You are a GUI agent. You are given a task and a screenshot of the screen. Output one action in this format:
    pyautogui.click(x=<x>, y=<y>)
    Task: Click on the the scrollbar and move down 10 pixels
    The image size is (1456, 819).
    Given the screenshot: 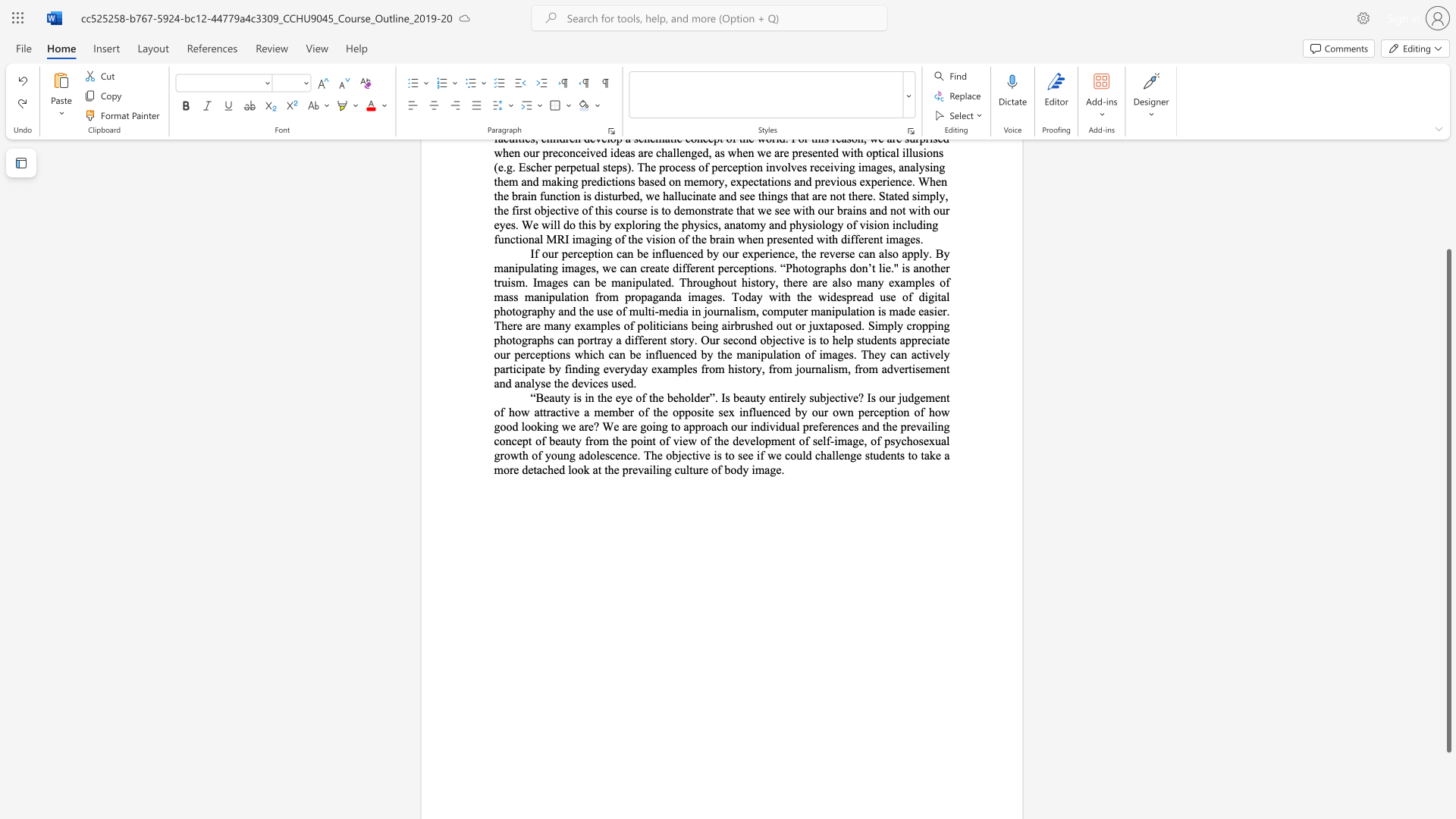 What is the action you would take?
    pyautogui.click(x=1448, y=500)
    